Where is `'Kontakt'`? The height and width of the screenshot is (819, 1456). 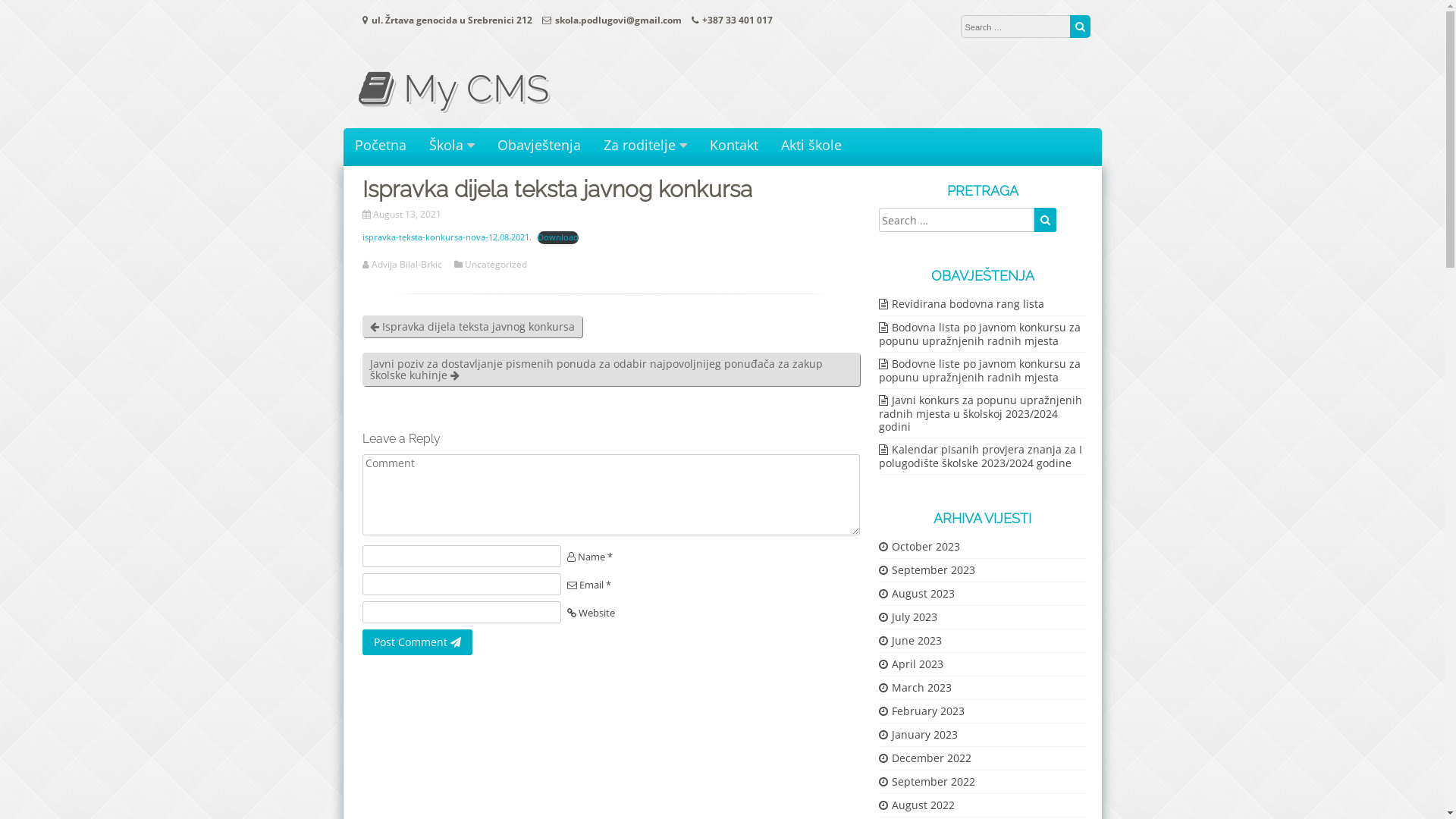 'Kontakt' is located at coordinates (709, 145).